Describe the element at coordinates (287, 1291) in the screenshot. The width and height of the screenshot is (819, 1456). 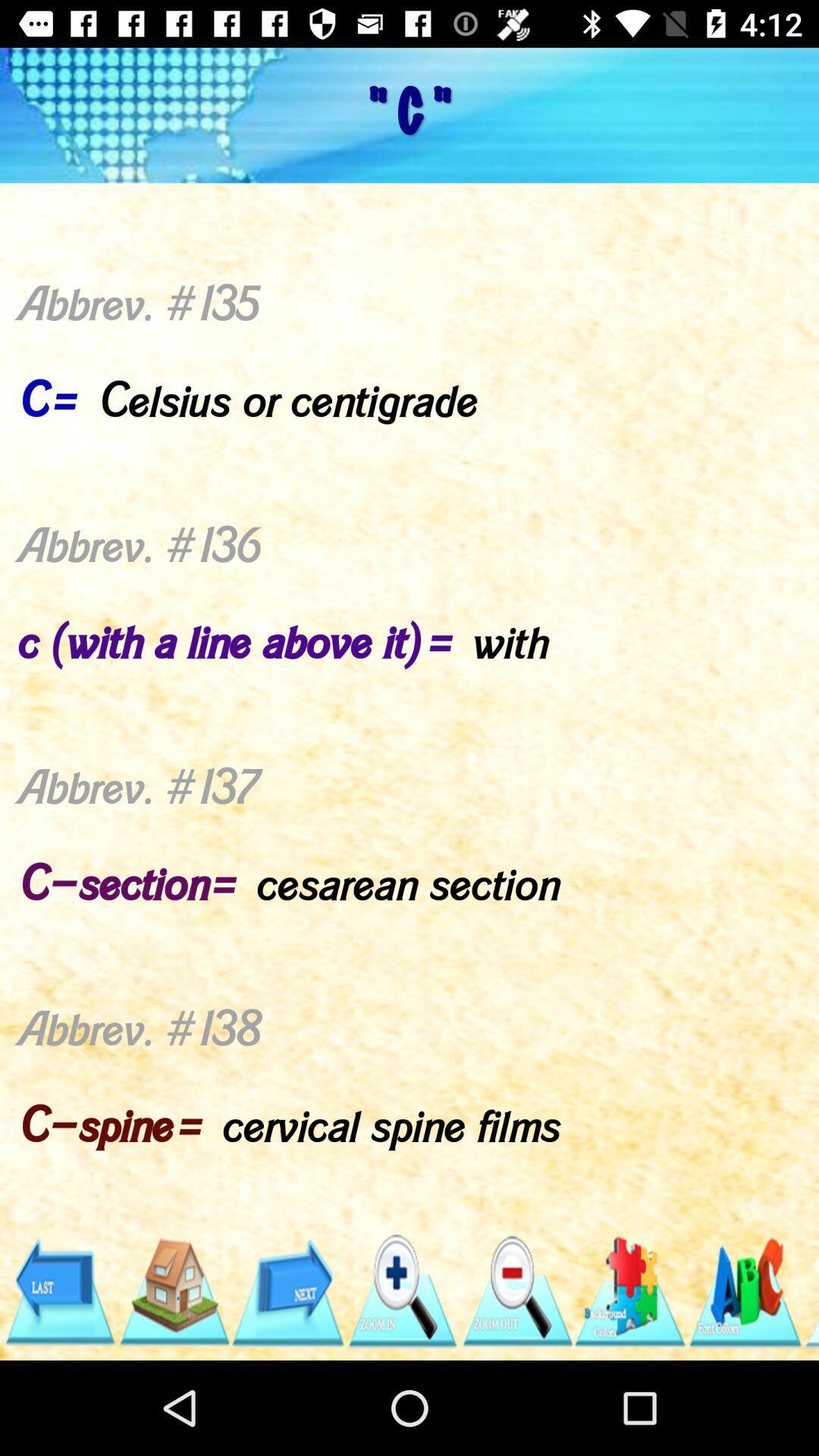
I see `go forward` at that location.